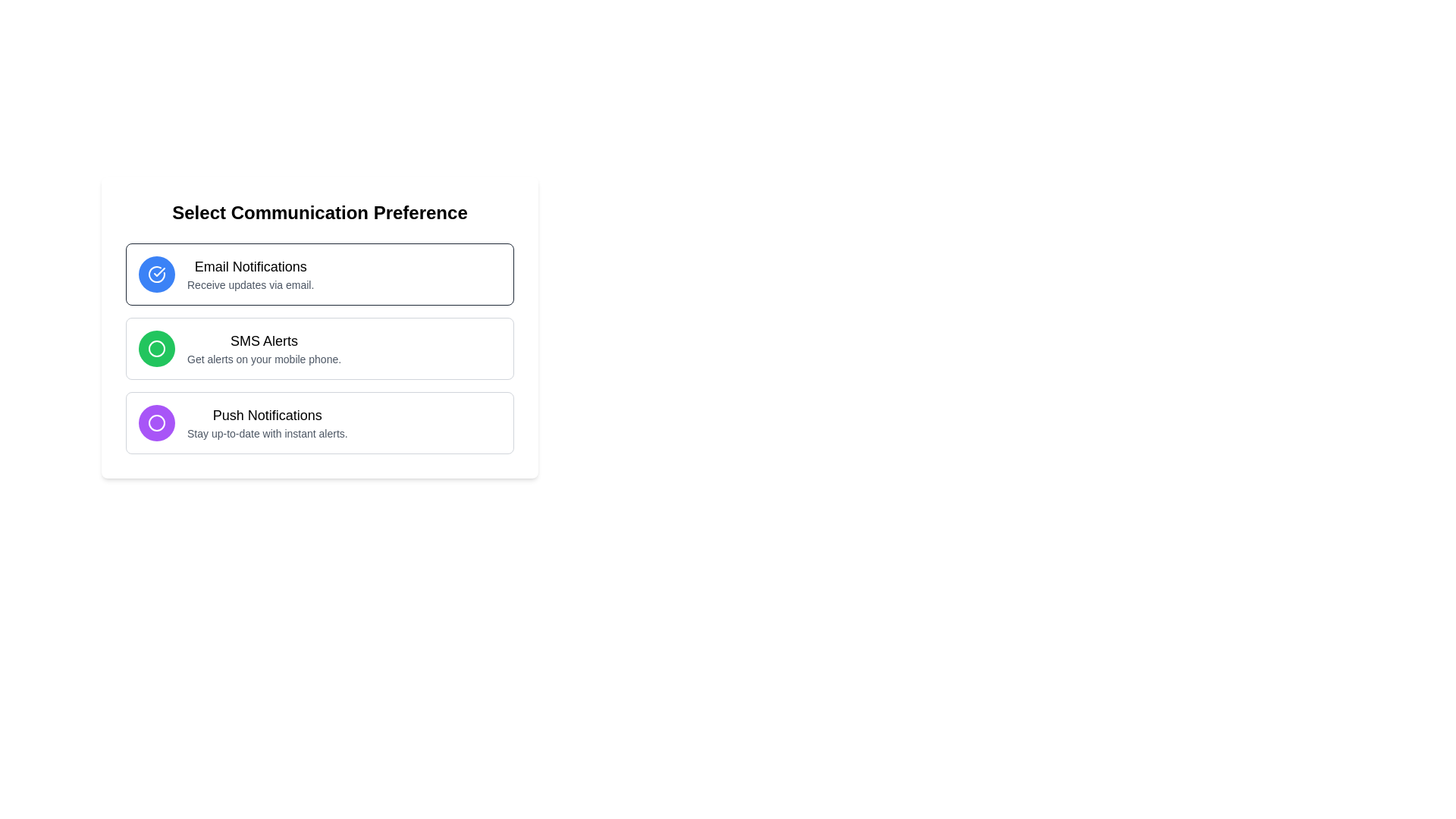 This screenshot has height=819, width=1456. Describe the element at coordinates (319, 327) in the screenshot. I see `the 'SMS Alerts' card, which is the middle card in a vertical list under 'Select Communication Preference'` at that location.